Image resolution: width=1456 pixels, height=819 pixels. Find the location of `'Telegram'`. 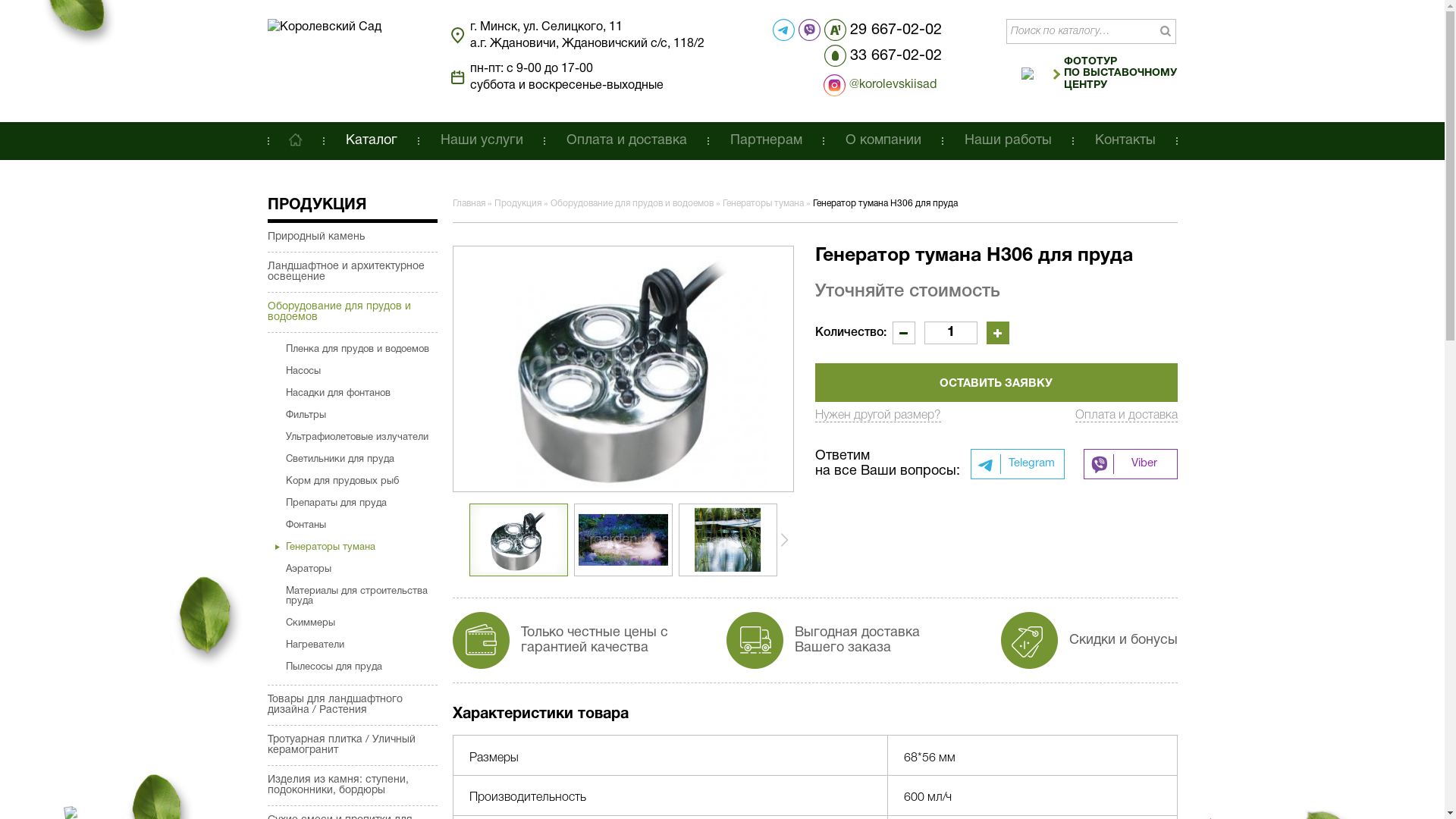

'Telegram' is located at coordinates (971, 463).